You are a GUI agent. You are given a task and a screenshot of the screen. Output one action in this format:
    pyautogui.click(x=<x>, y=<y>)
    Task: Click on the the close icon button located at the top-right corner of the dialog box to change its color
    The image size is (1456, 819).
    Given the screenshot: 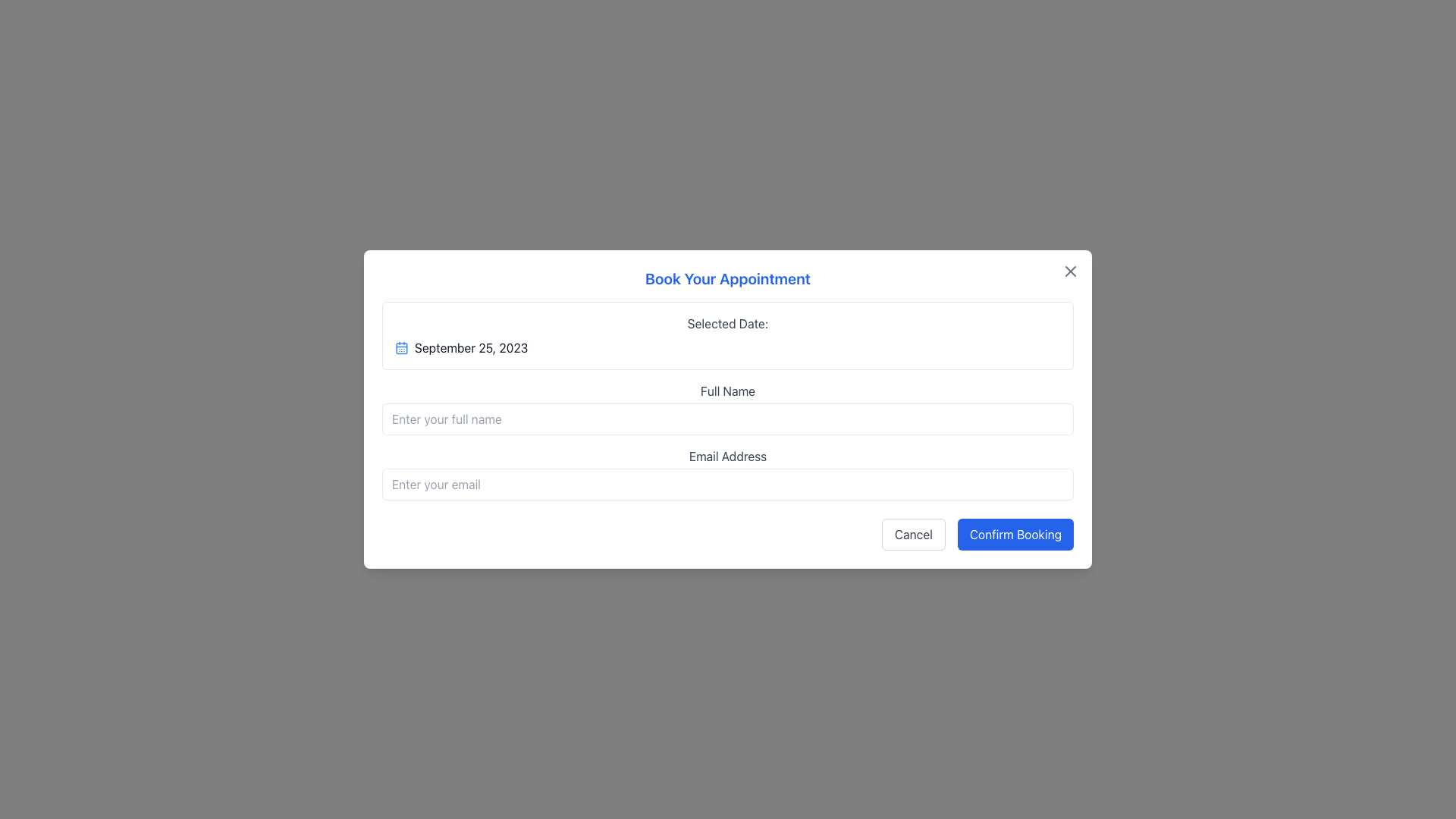 What is the action you would take?
    pyautogui.click(x=1069, y=271)
    